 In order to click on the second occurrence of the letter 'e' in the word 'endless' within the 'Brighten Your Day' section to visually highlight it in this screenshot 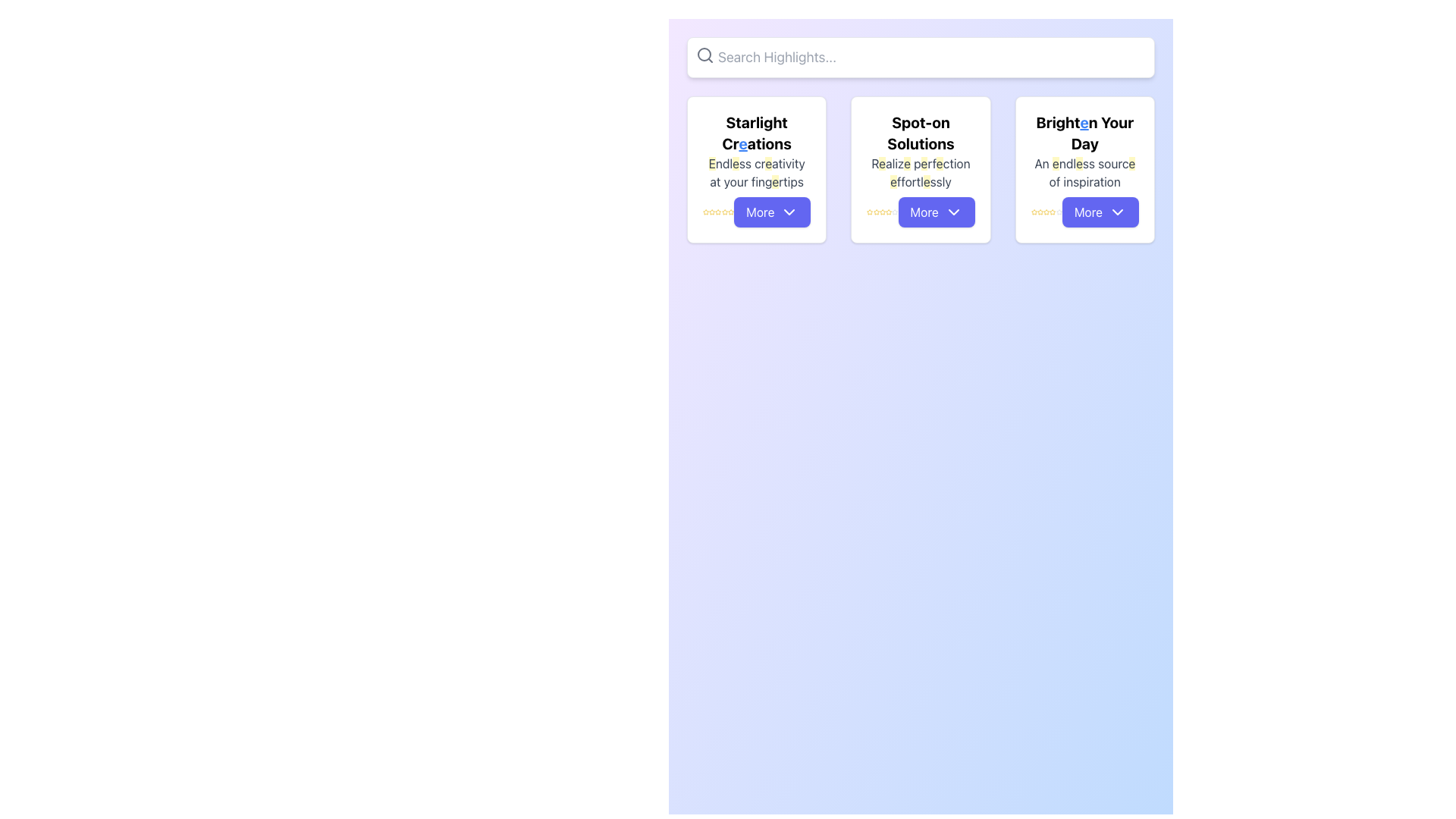, I will do `click(1078, 164)`.